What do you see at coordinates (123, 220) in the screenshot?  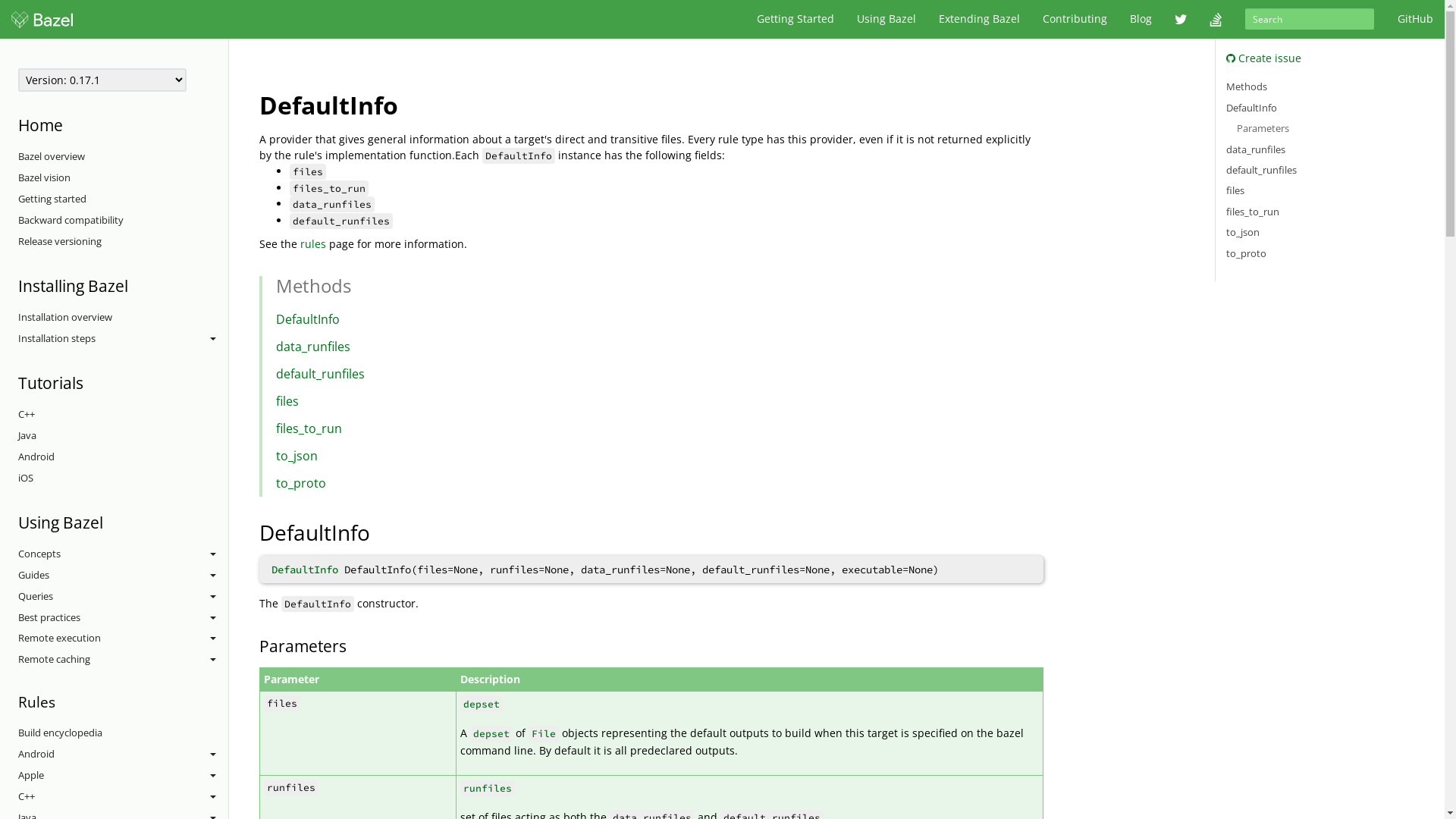 I see `'Backward compatibility'` at bounding box center [123, 220].